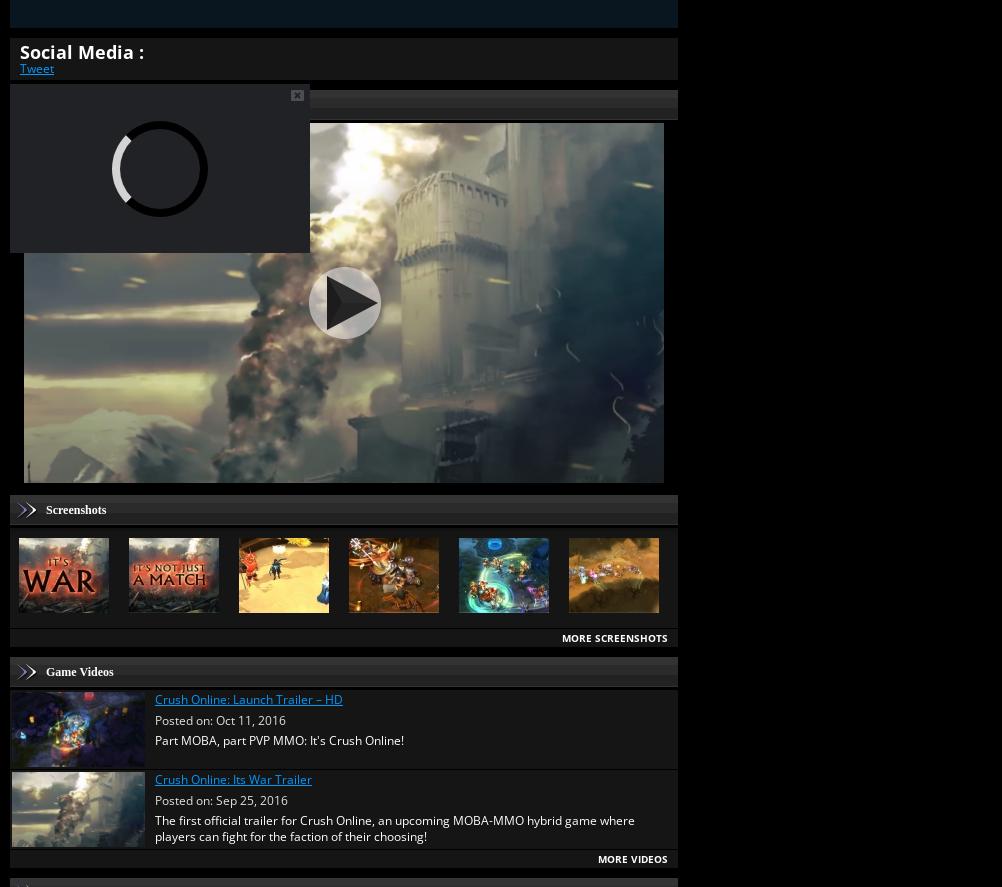 The image size is (1002, 887). What do you see at coordinates (631, 856) in the screenshot?
I see `'More Videos'` at bounding box center [631, 856].